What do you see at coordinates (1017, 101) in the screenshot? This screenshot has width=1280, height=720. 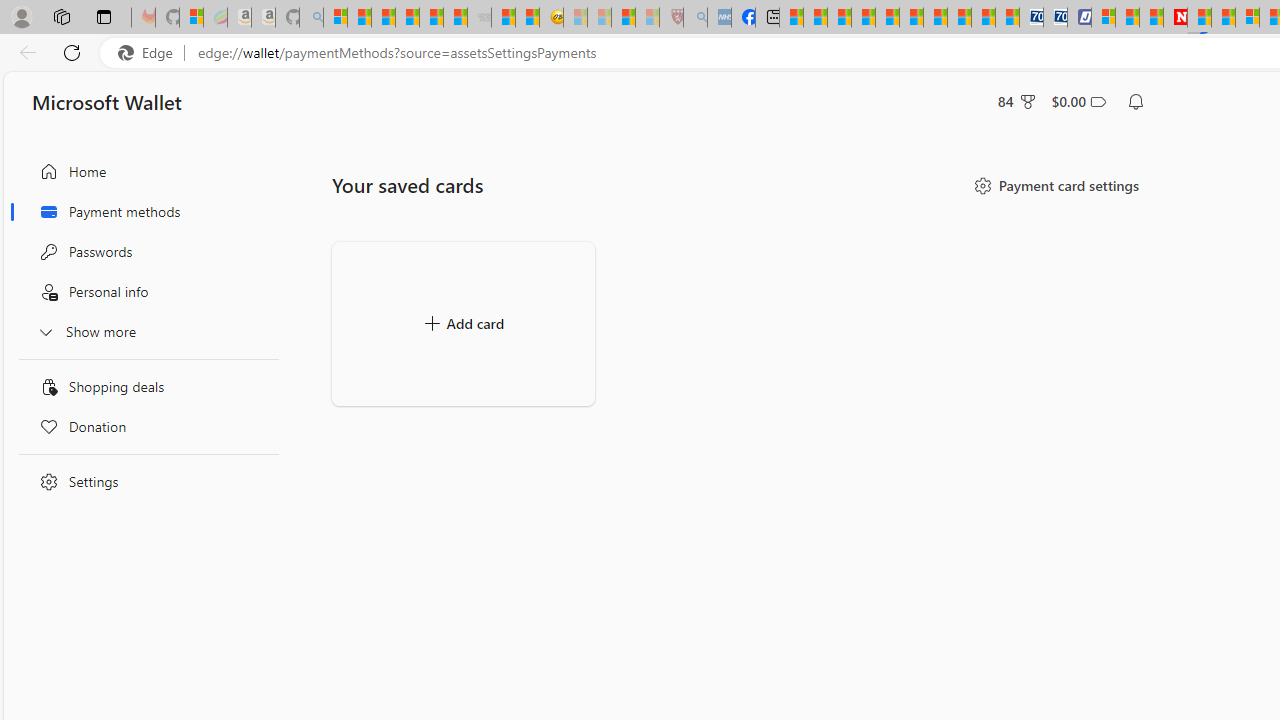 I see `'Microsoft Rewards - 84 points'` at bounding box center [1017, 101].